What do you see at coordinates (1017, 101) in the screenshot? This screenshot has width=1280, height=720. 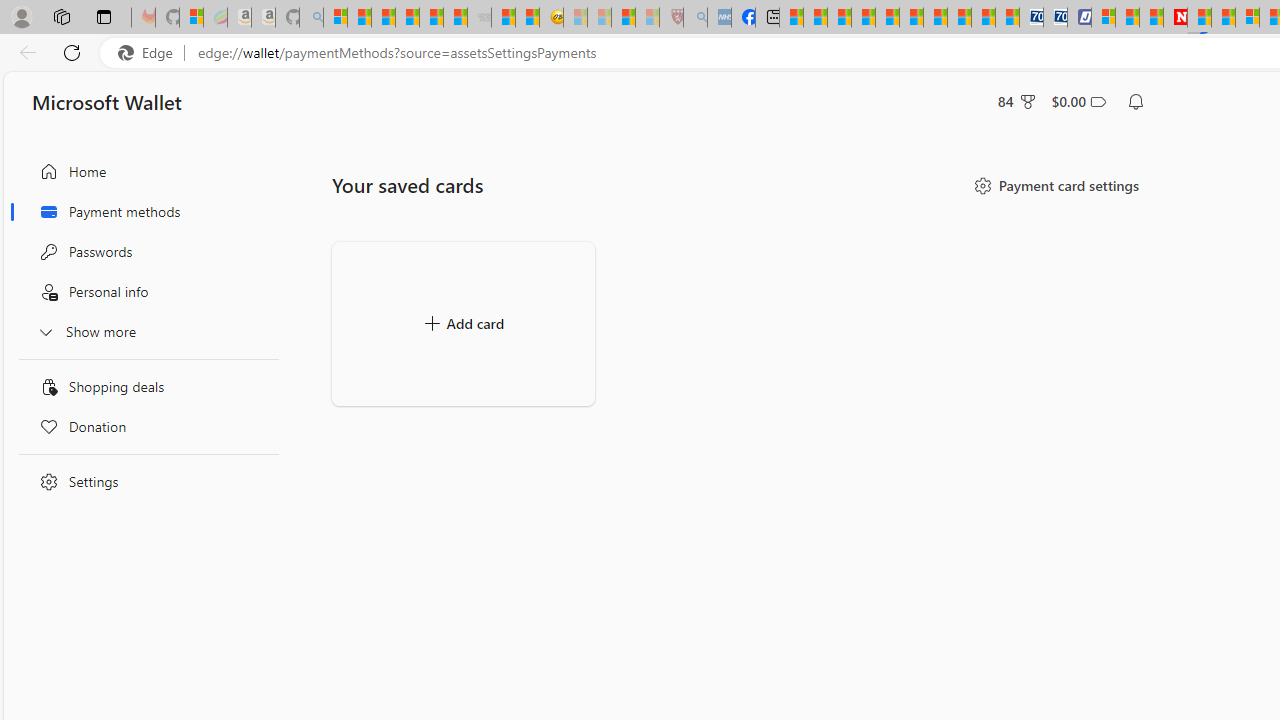 I see `'Microsoft Rewards - 84 points'` at bounding box center [1017, 101].